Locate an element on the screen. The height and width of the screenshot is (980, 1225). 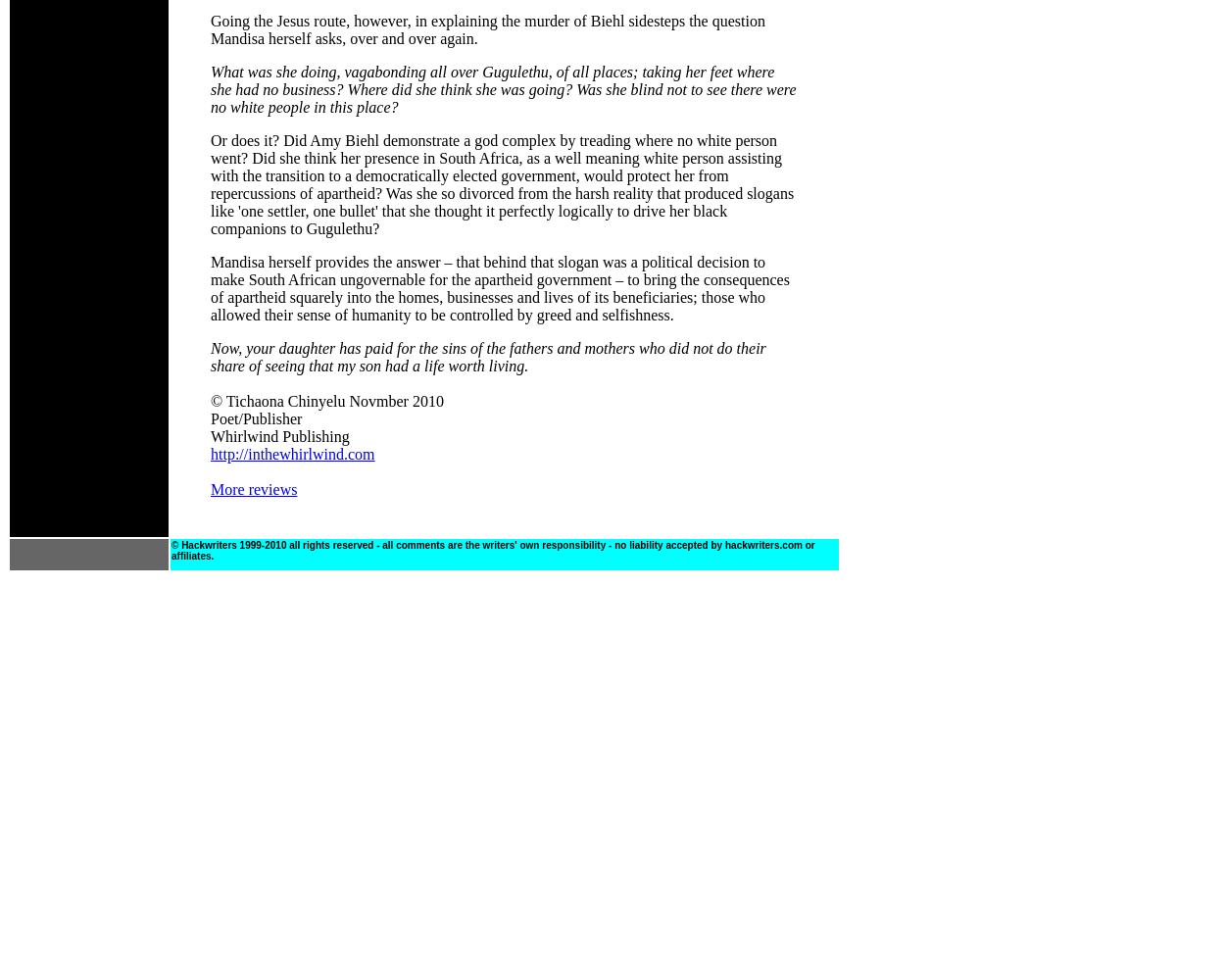
'© Hackwriters 1999-2010  all rights reserved - all comments are the writers' own responsibility - no liability accepted by hackwriters.com or affiliates.' is located at coordinates (493, 551).